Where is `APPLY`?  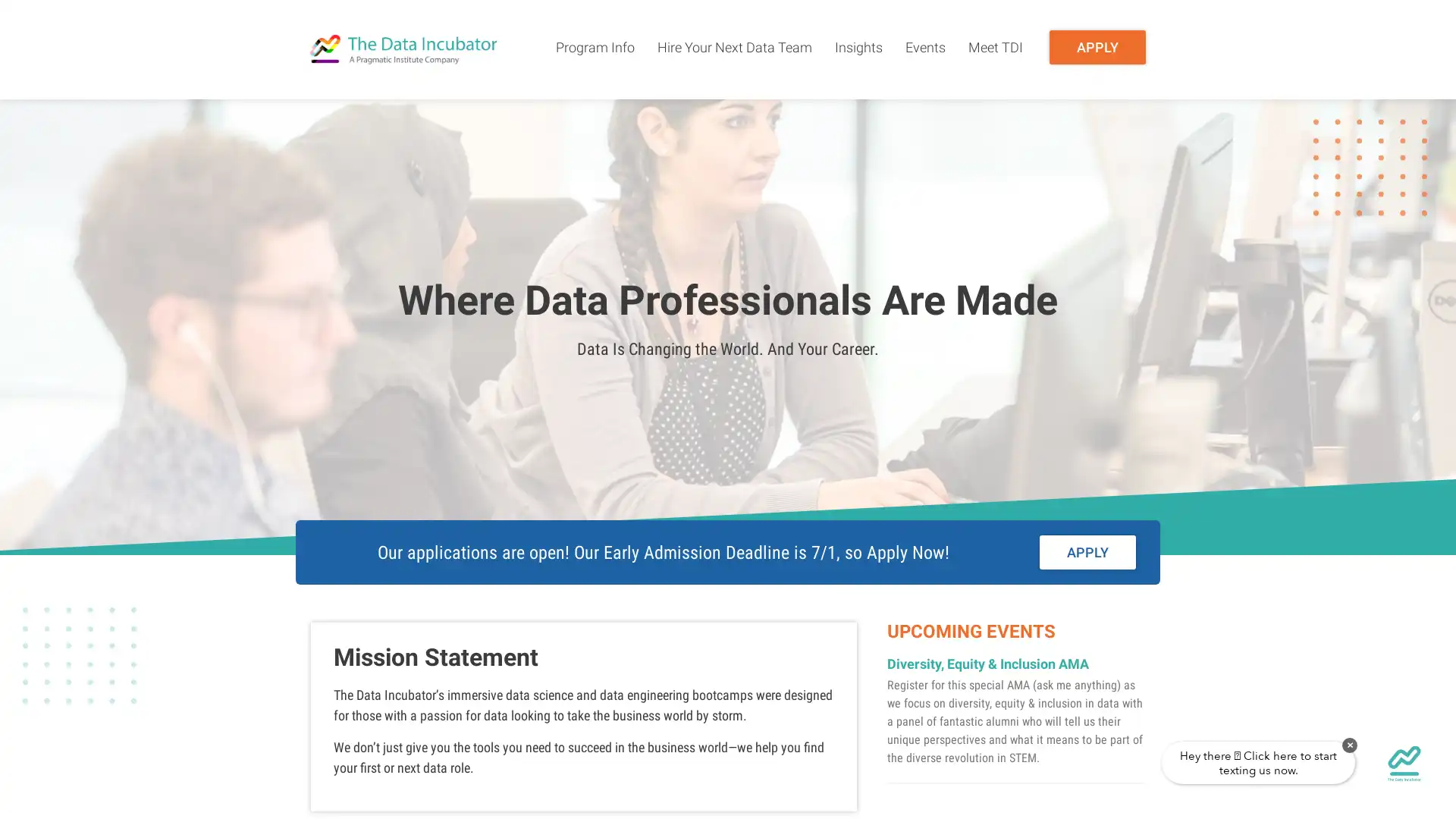
APPLY is located at coordinates (1087, 552).